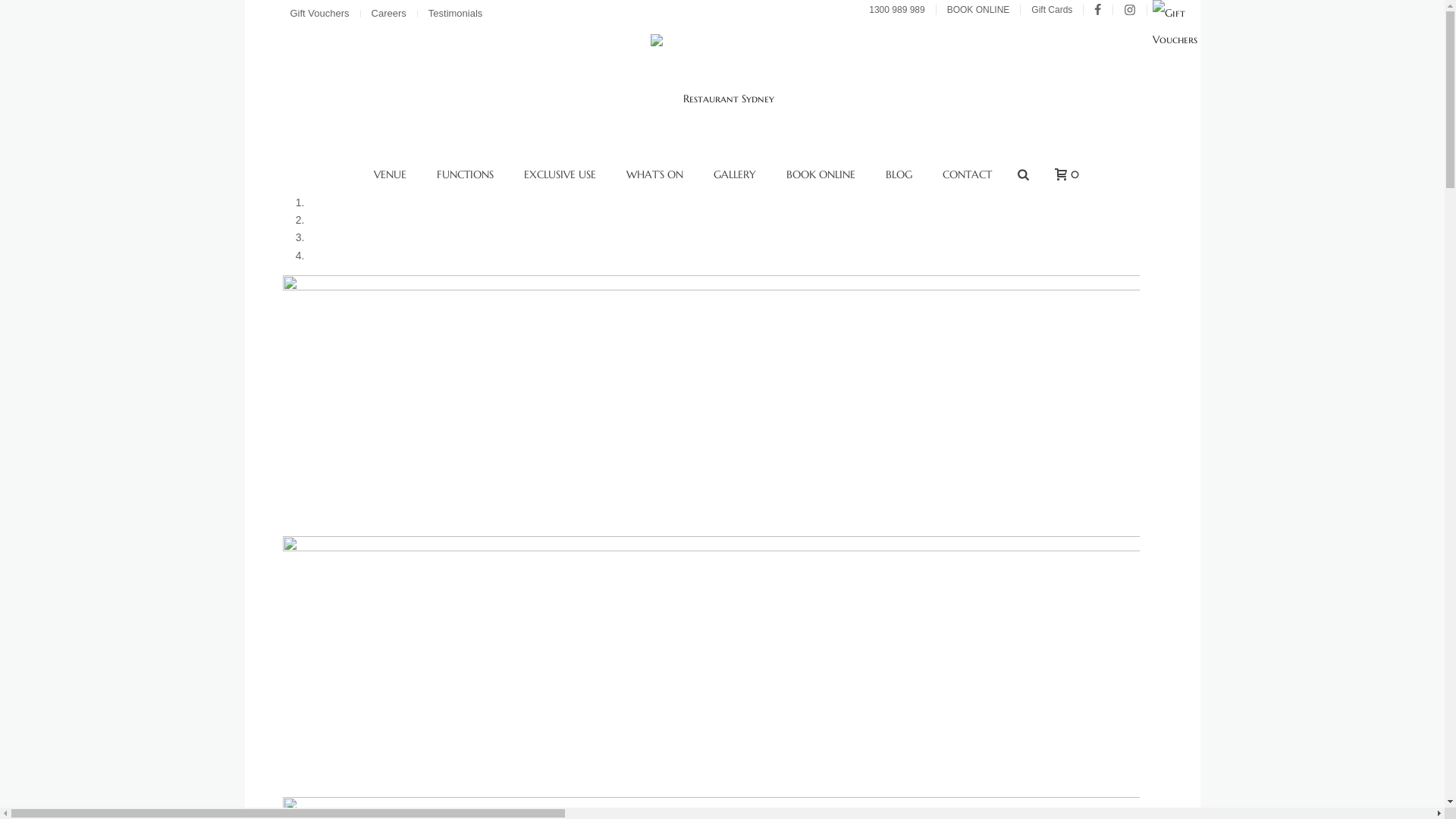  I want to click on 'GALLERY', so click(735, 174).